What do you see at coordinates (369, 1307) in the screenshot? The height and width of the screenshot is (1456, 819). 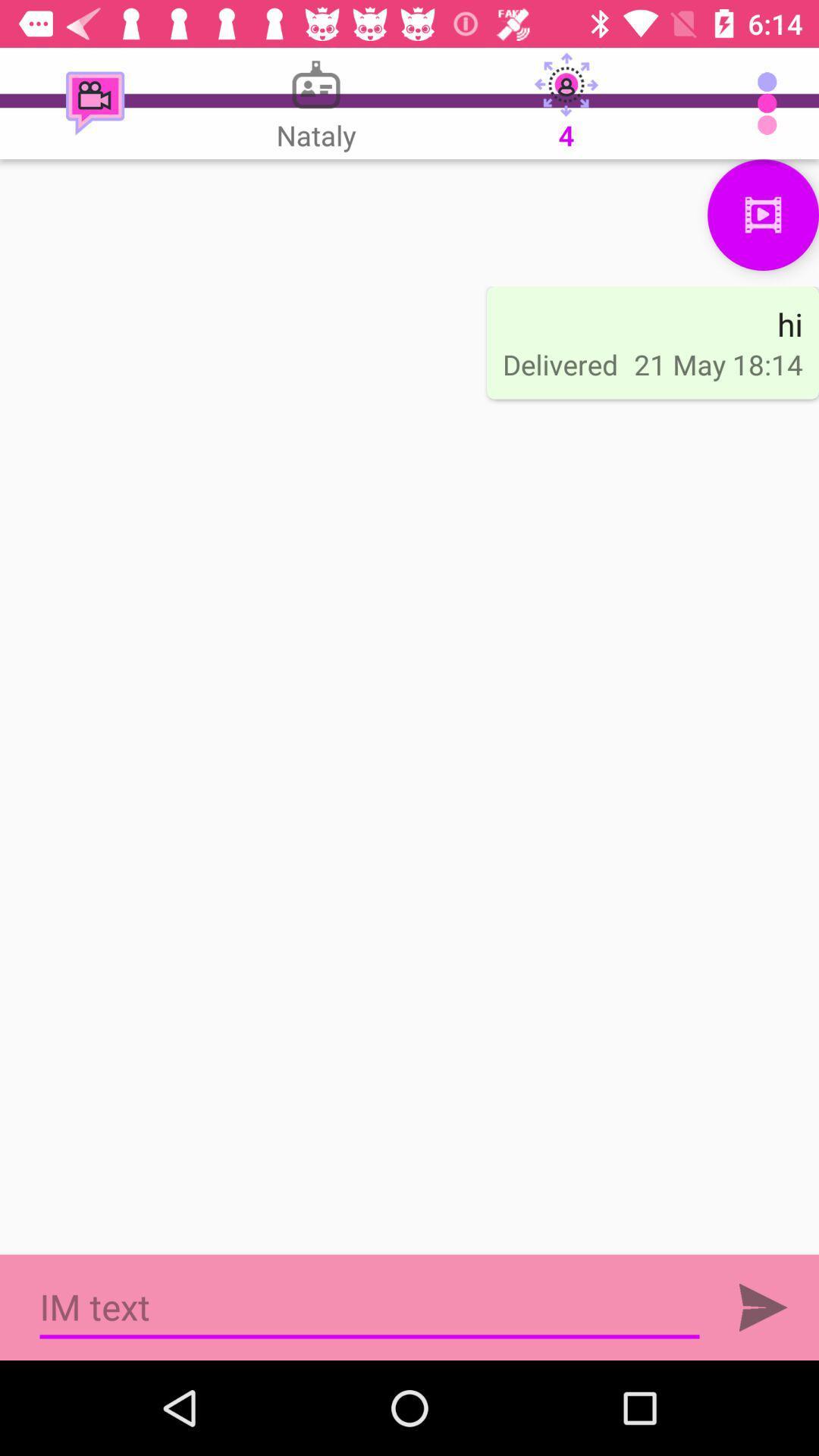 I see `message box` at bounding box center [369, 1307].